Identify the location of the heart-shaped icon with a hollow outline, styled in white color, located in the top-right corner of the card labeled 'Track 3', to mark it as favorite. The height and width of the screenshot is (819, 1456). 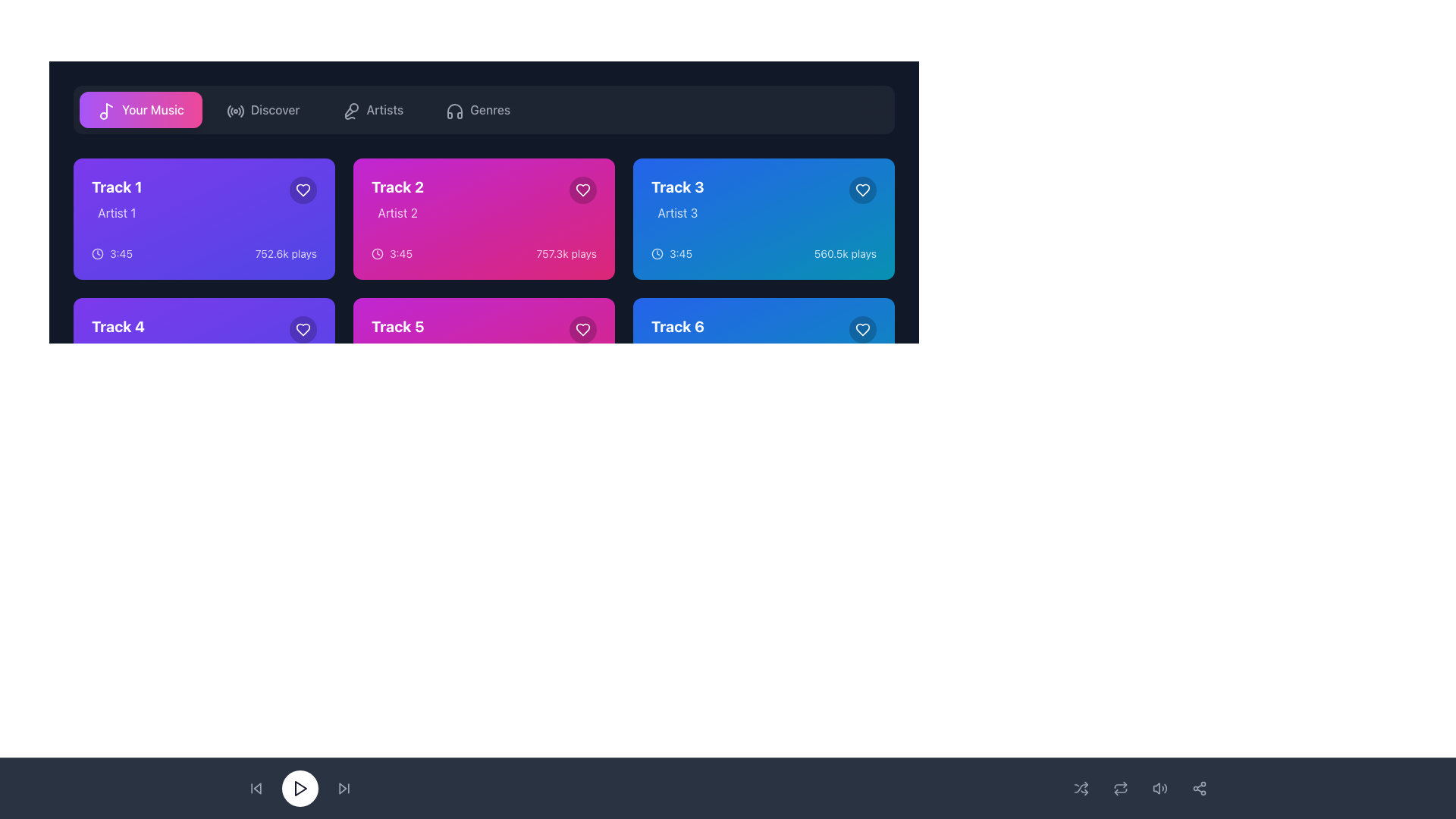
(862, 189).